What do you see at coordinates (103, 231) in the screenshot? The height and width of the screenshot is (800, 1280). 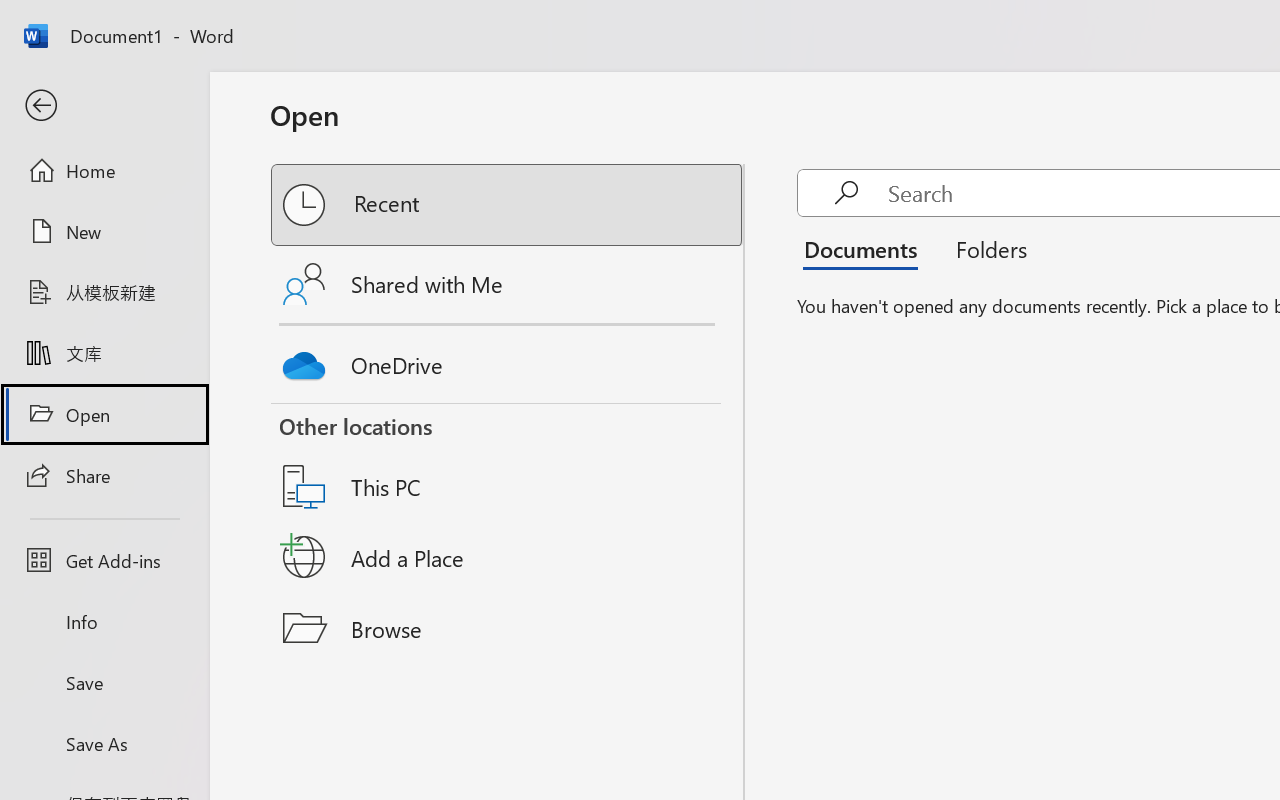 I see `'New'` at bounding box center [103, 231].